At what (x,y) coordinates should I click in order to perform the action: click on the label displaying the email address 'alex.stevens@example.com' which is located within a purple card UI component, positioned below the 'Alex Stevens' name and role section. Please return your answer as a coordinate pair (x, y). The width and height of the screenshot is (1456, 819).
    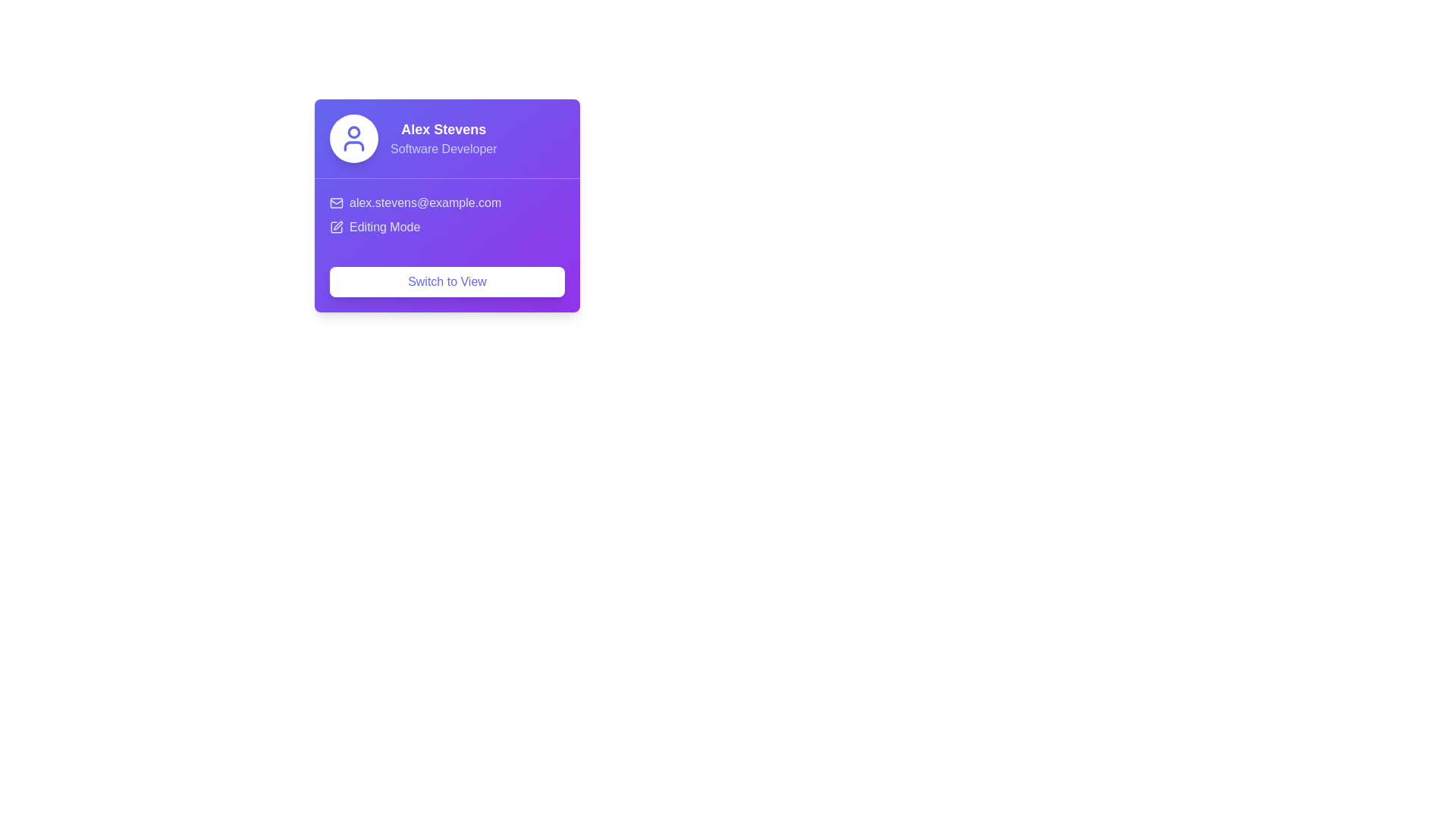
    Looking at the image, I should click on (447, 202).